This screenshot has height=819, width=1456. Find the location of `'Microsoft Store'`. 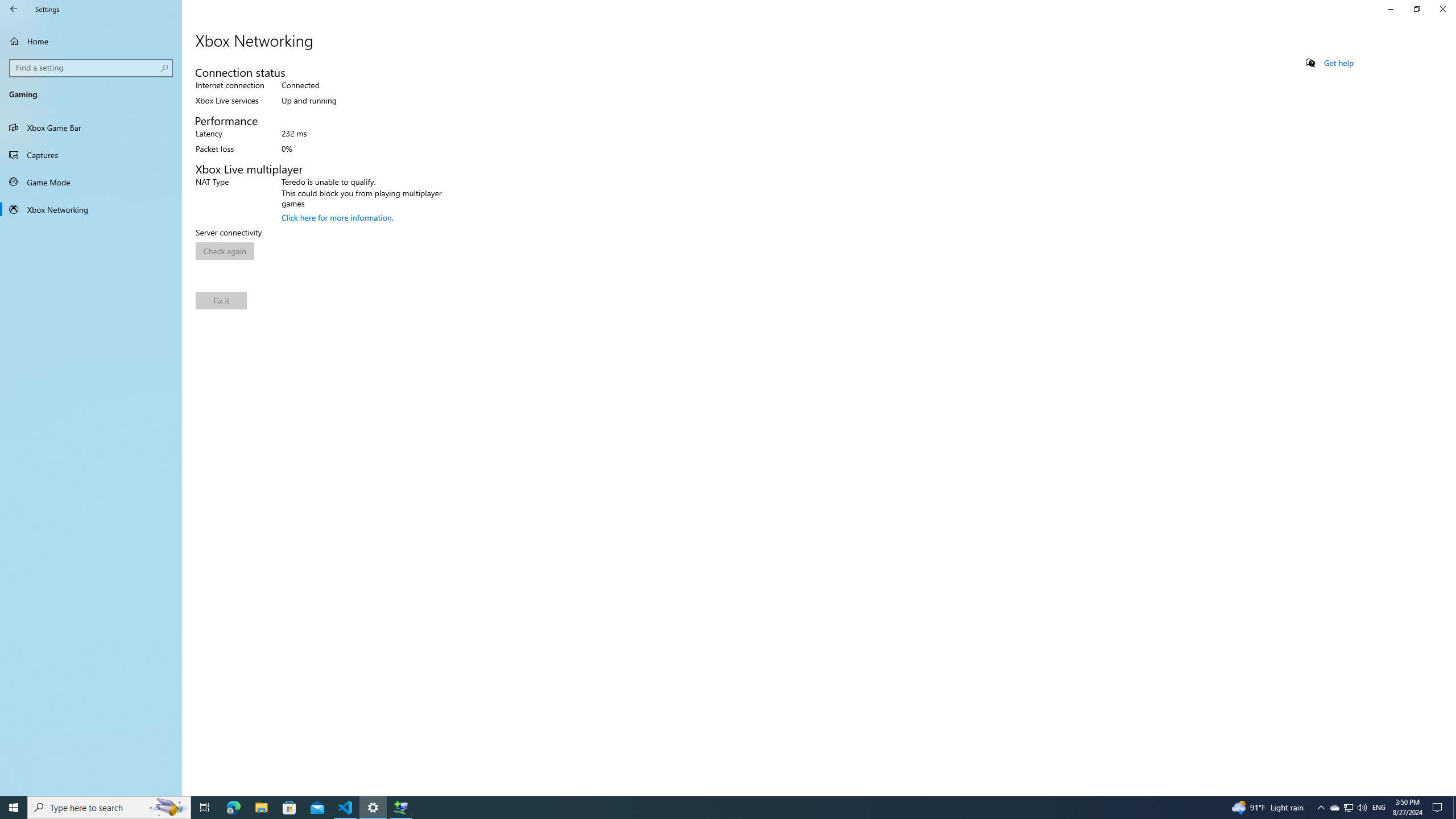

'Microsoft Store' is located at coordinates (289, 806).